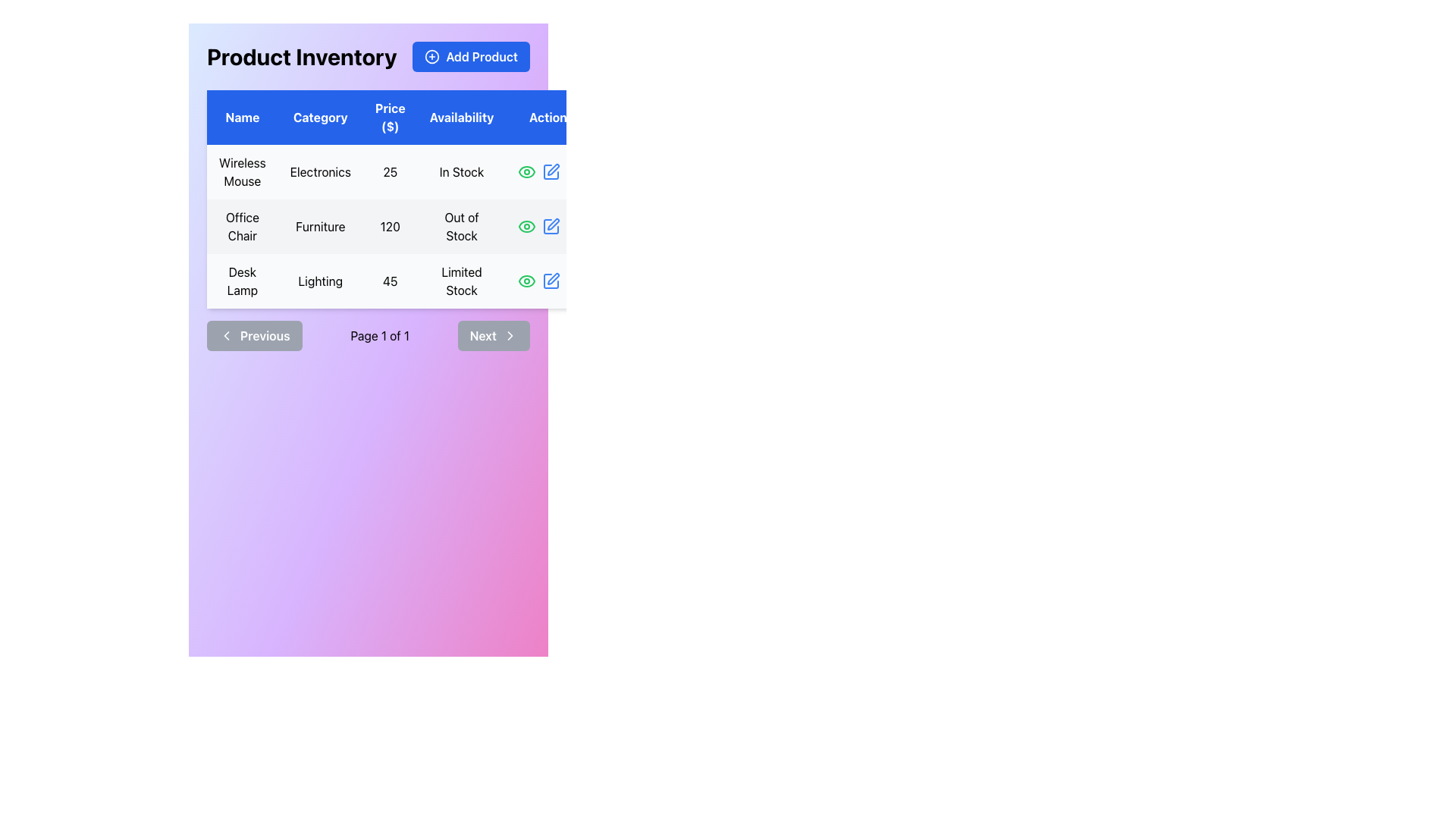 The image size is (1456, 819). I want to click on the static text label displaying 'Page 1 of 1', which is centrally located within the navigation bar between the 'Previous' and 'Next' buttons, so click(380, 335).